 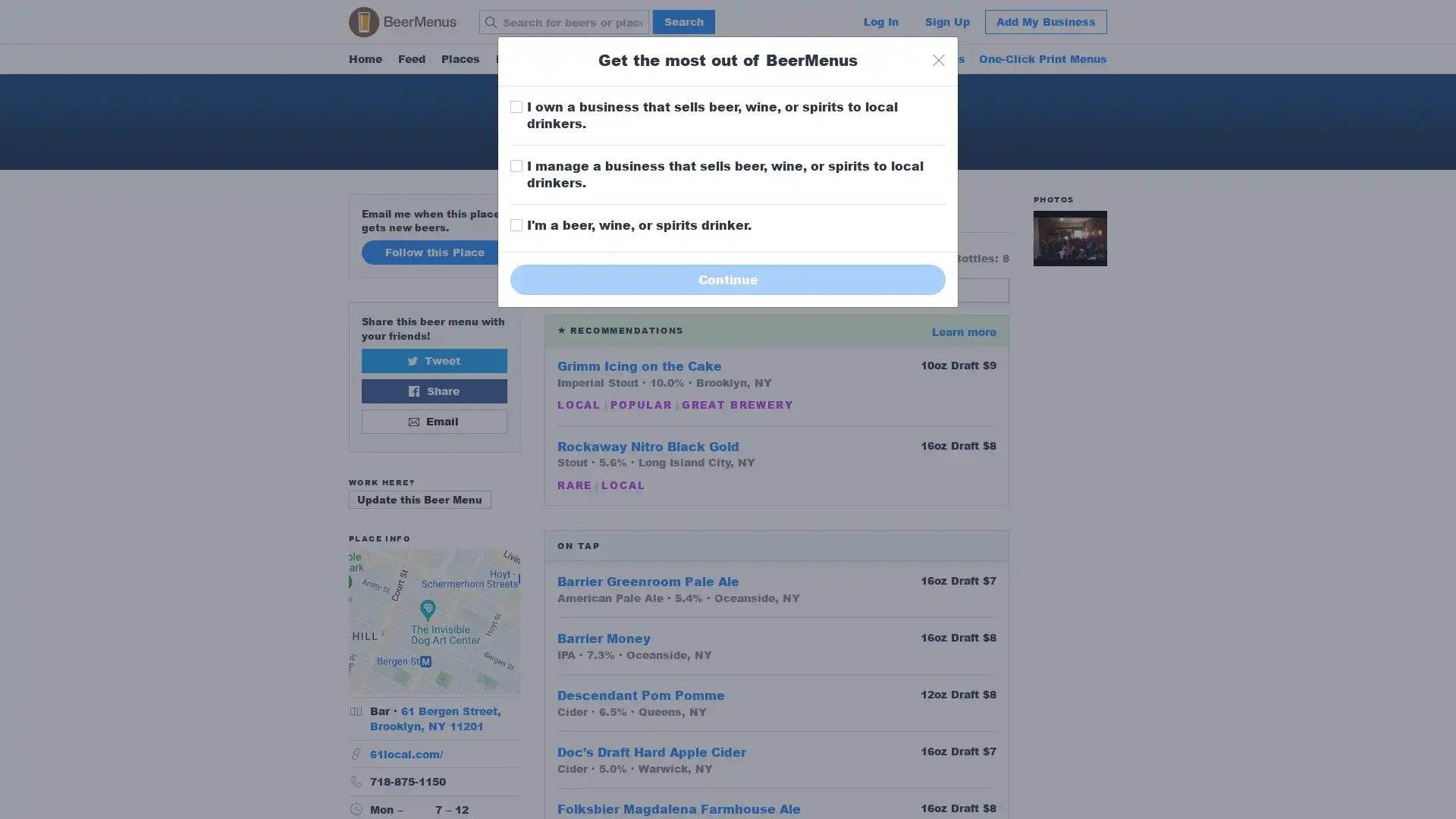 What do you see at coordinates (938, 59) in the screenshot?
I see `Close` at bounding box center [938, 59].